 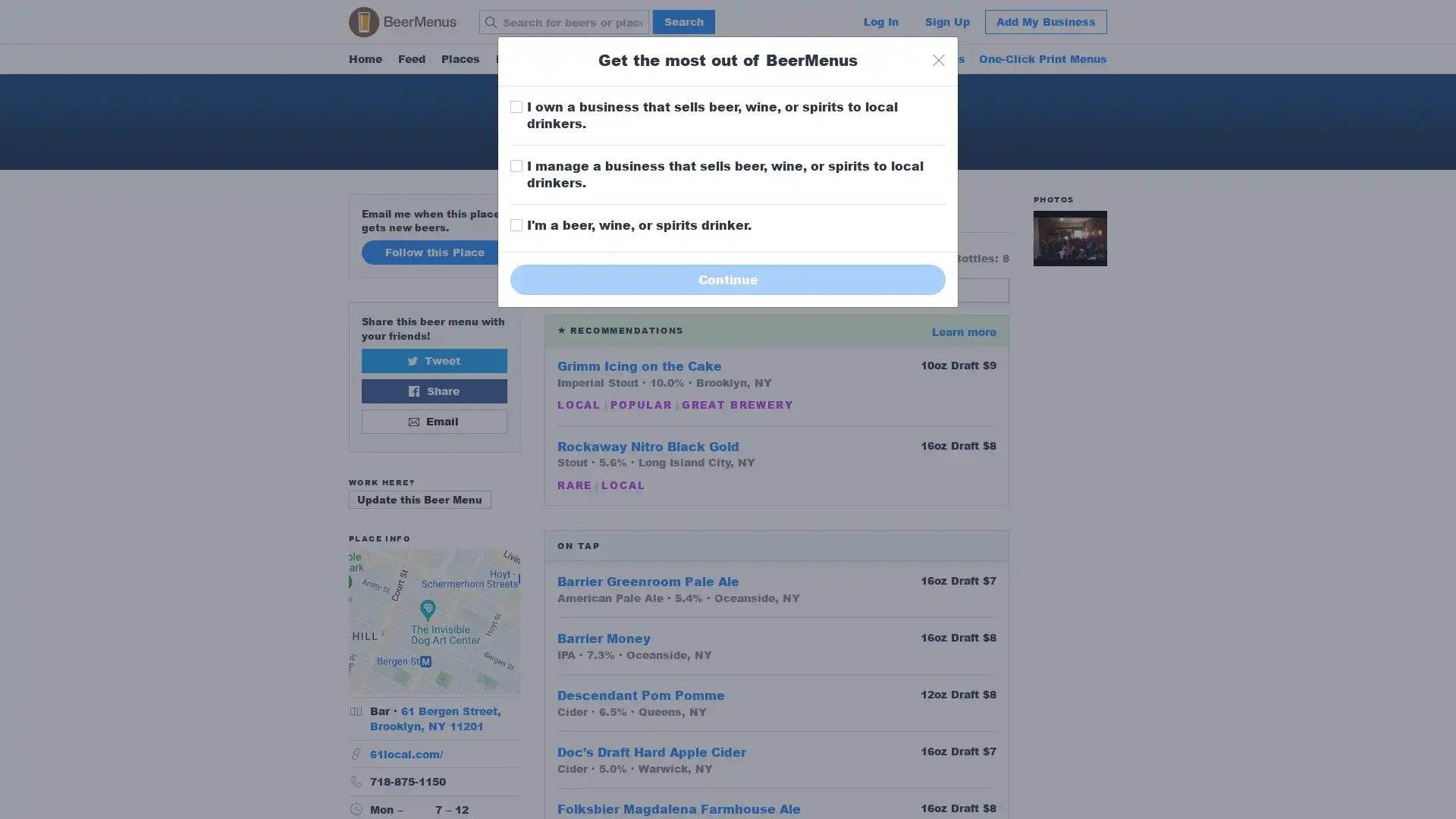 What do you see at coordinates (938, 59) in the screenshot?
I see `Close` at bounding box center [938, 59].